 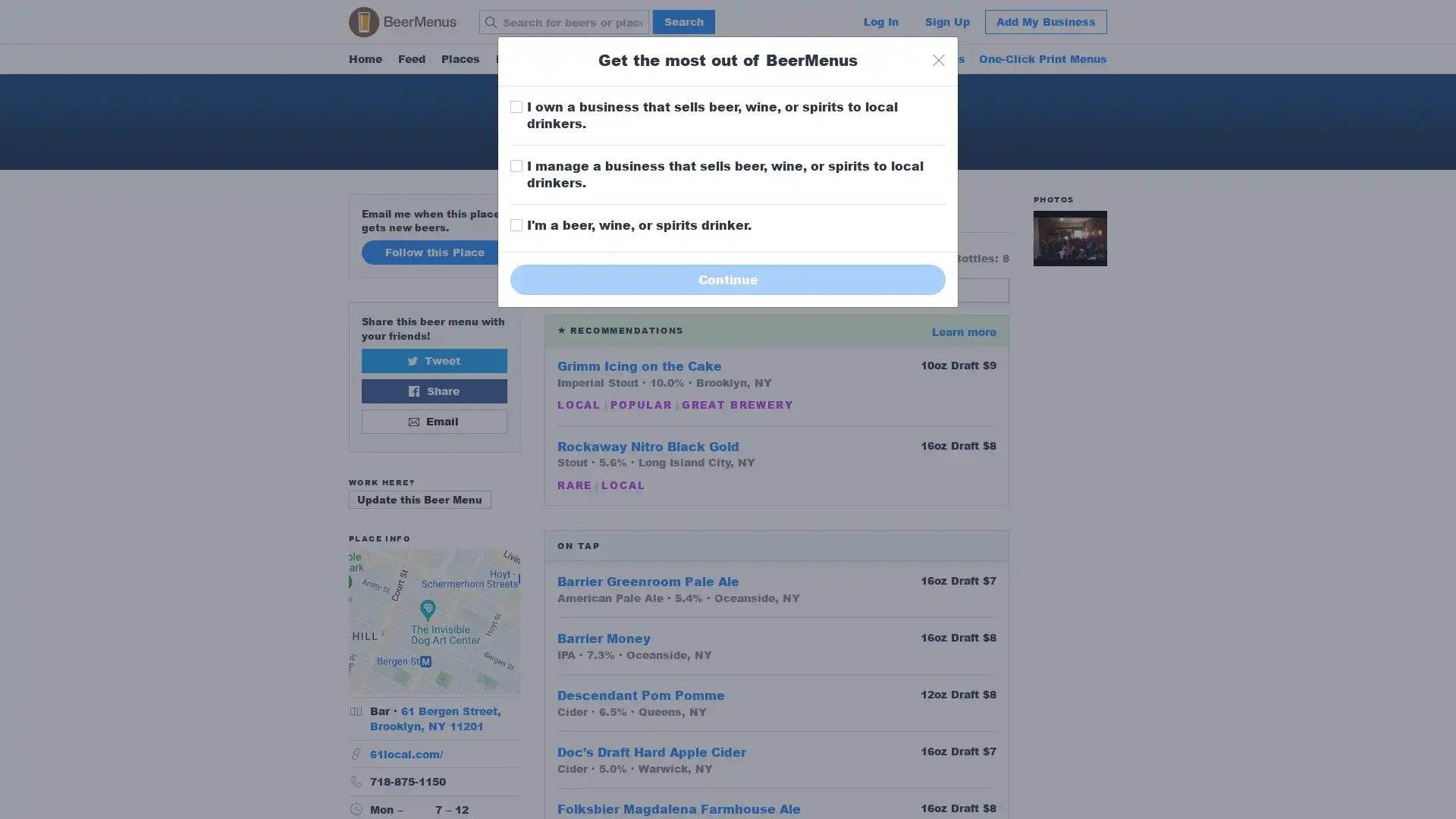 What do you see at coordinates (938, 59) in the screenshot?
I see `Close` at bounding box center [938, 59].